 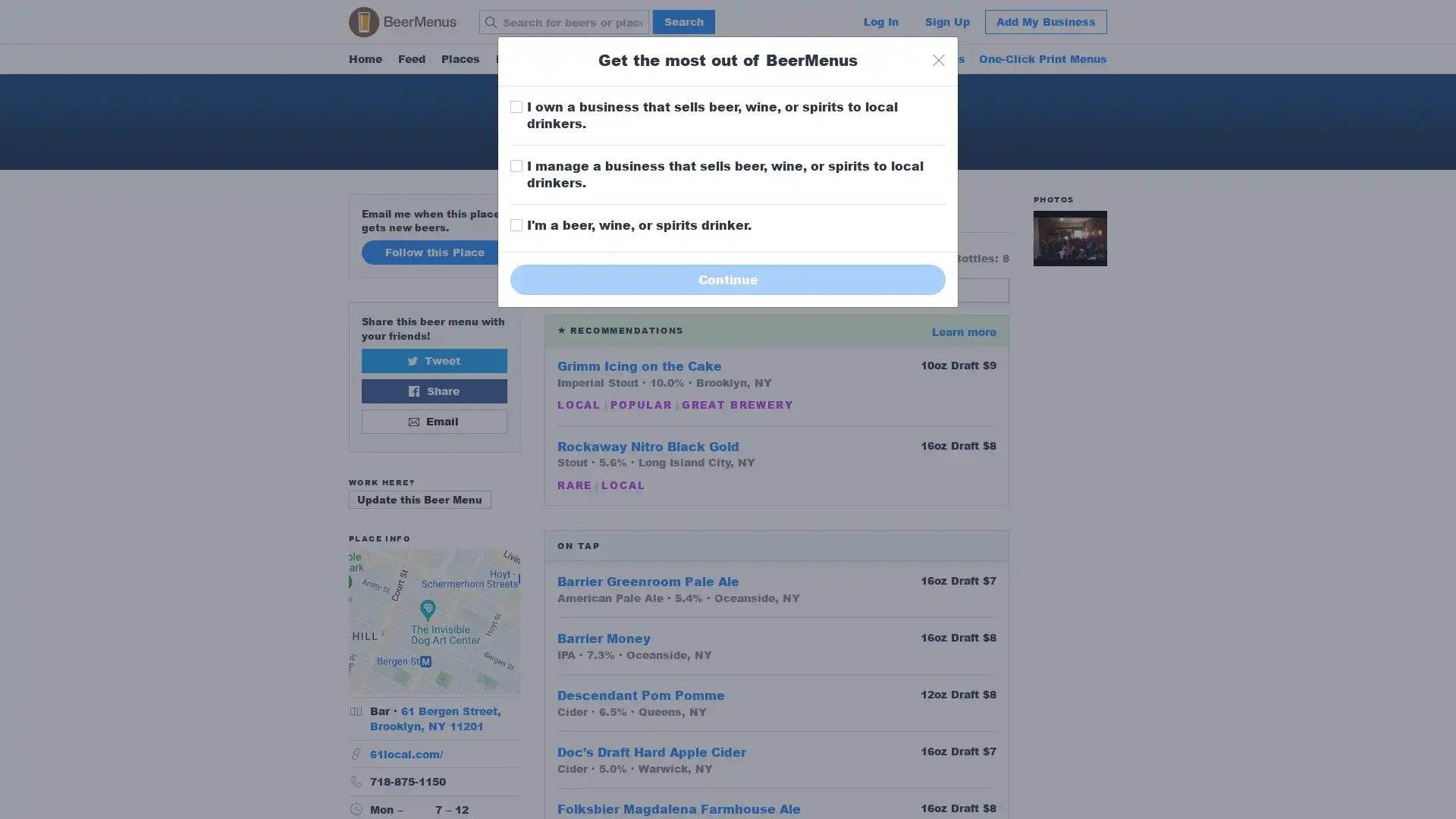 What do you see at coordinates (938, 59) in the screenshot?
I see `Close` at bounding box center [938, 59].